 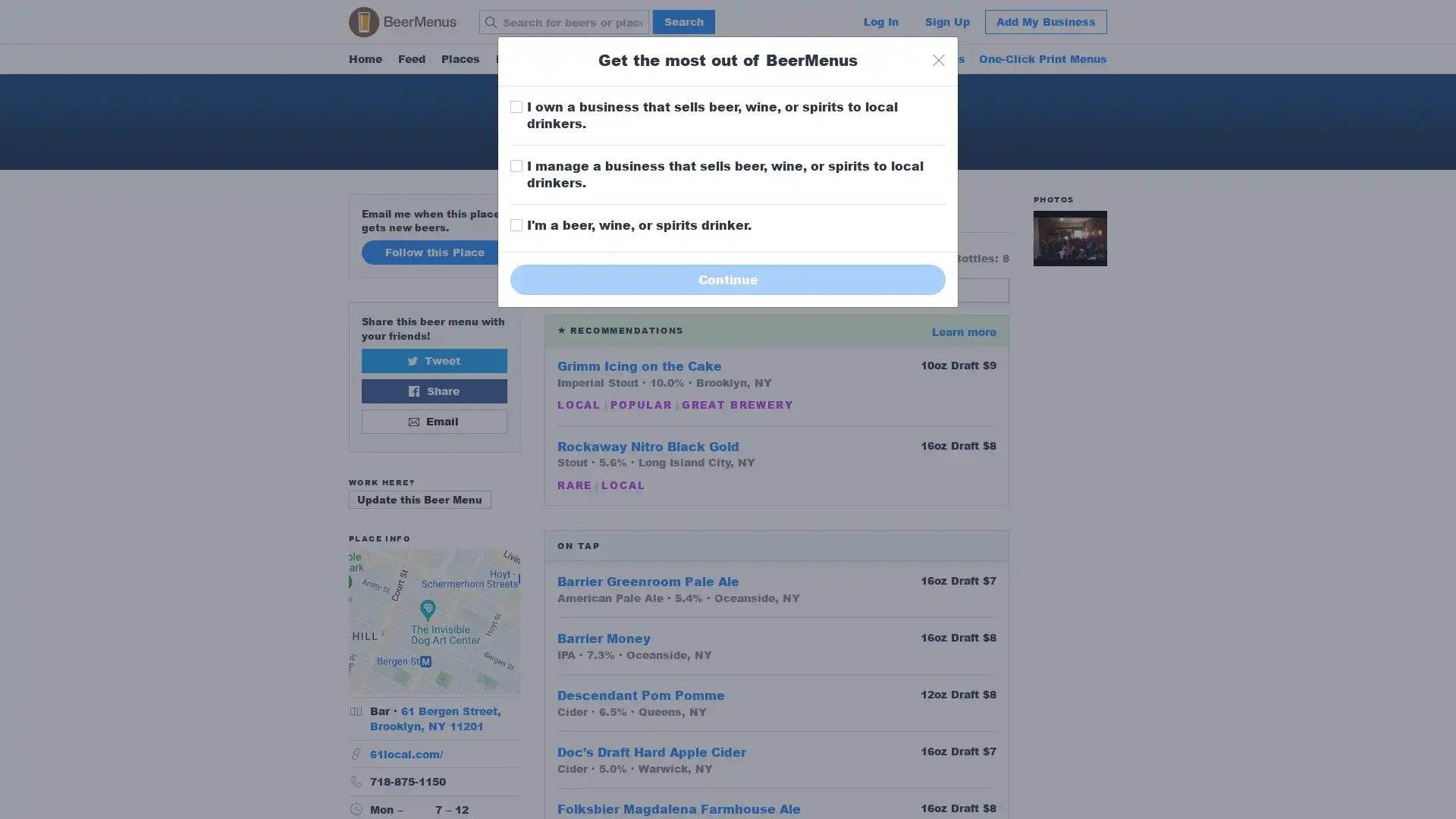 What do you see at coordinates (938, 59) in the screenshot?
I see `Close` at bounding box center [938, 59].